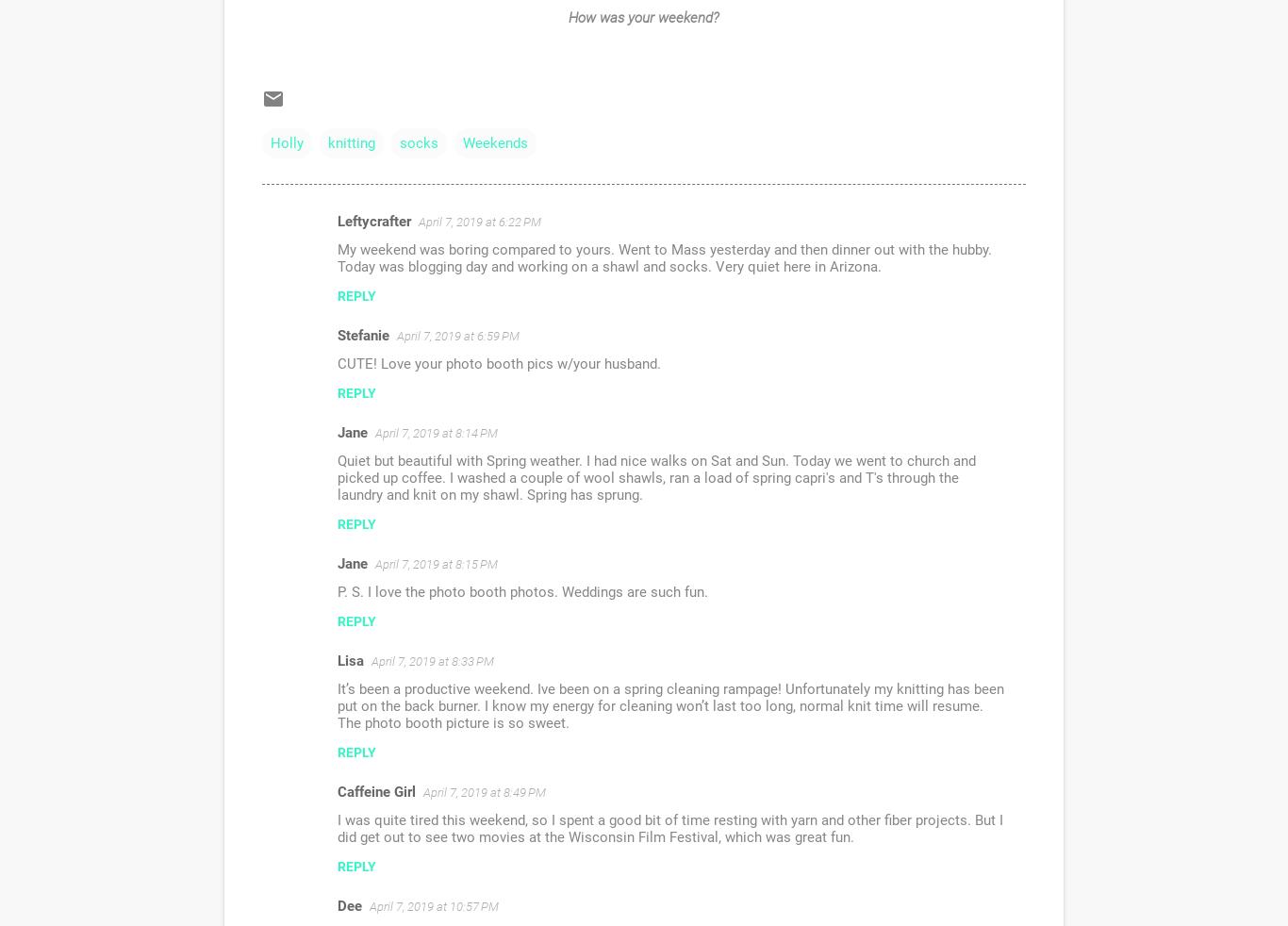 This screenshot has width=1288, height=926. Describe the element at coordinates (664, 257) in the screenshot. I see `'My weekend was boring compared to yours.  Went to Mass yesterday and then dinner out with the hubby.  Today was blogging day and working on a shawl and socks.  Very quiet here in Arizona.'` at that location.